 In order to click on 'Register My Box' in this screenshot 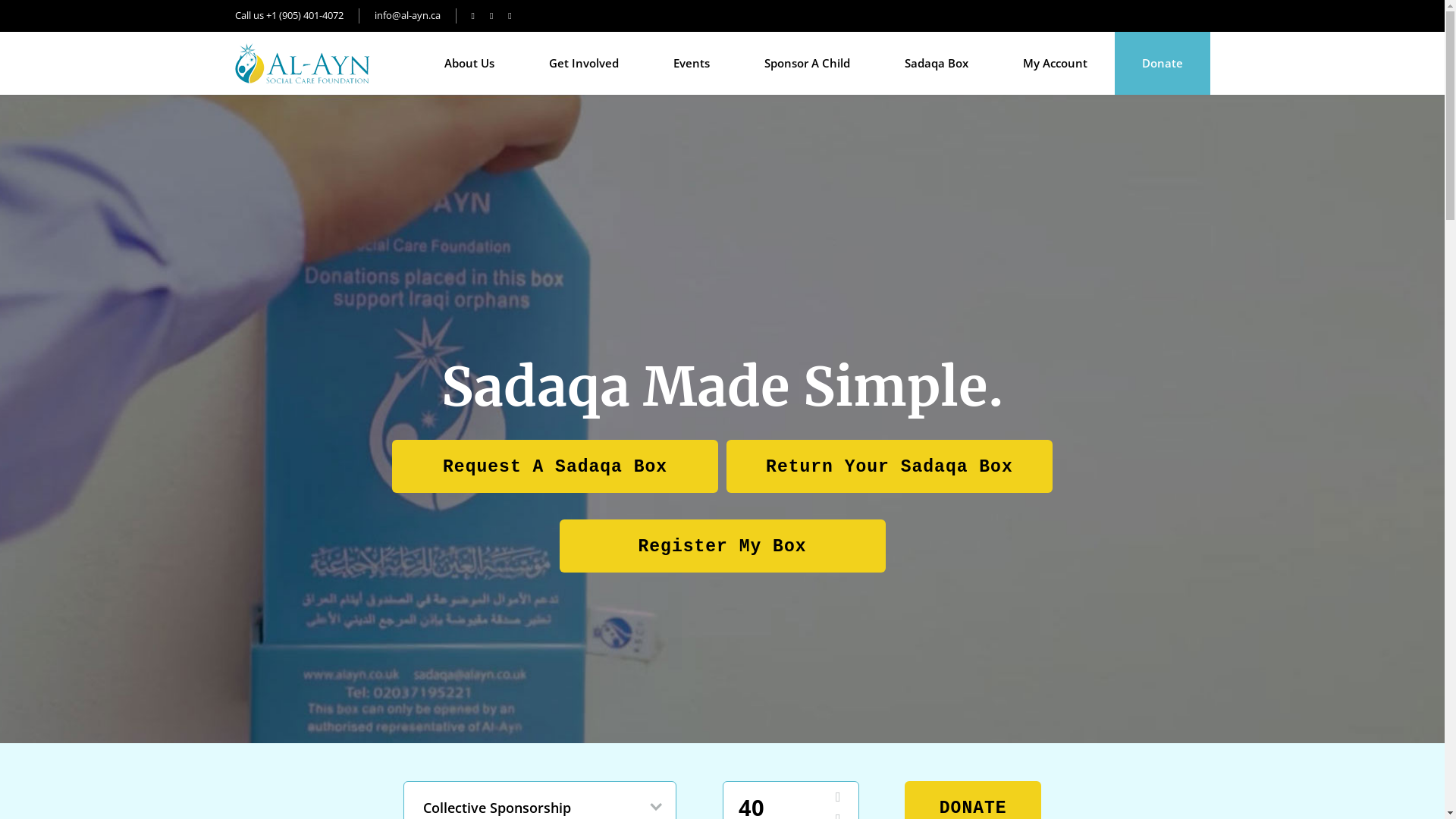, I will do `click(722, 544)`.